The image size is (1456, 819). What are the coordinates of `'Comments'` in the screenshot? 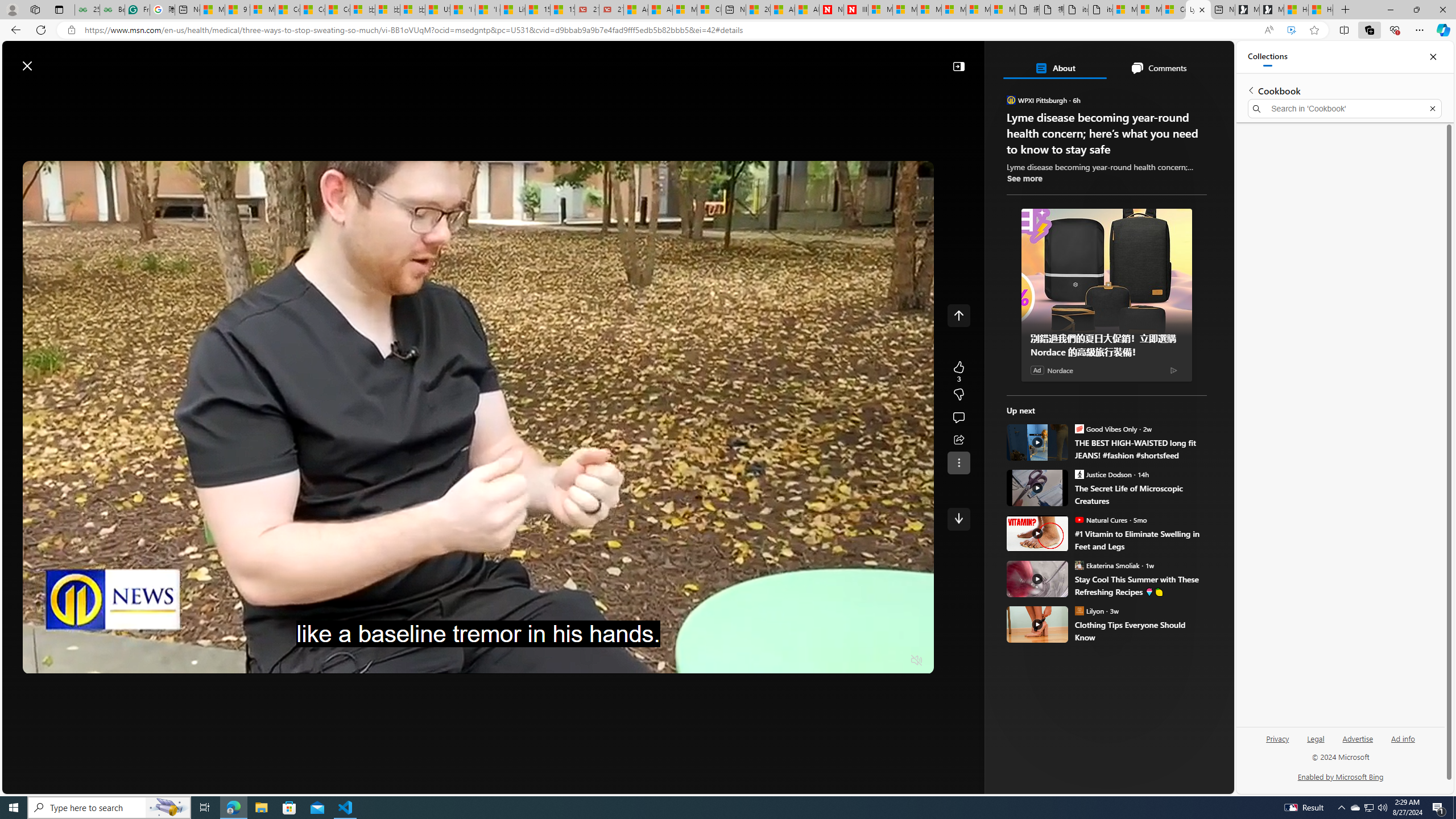 It's located at (1157, 67).